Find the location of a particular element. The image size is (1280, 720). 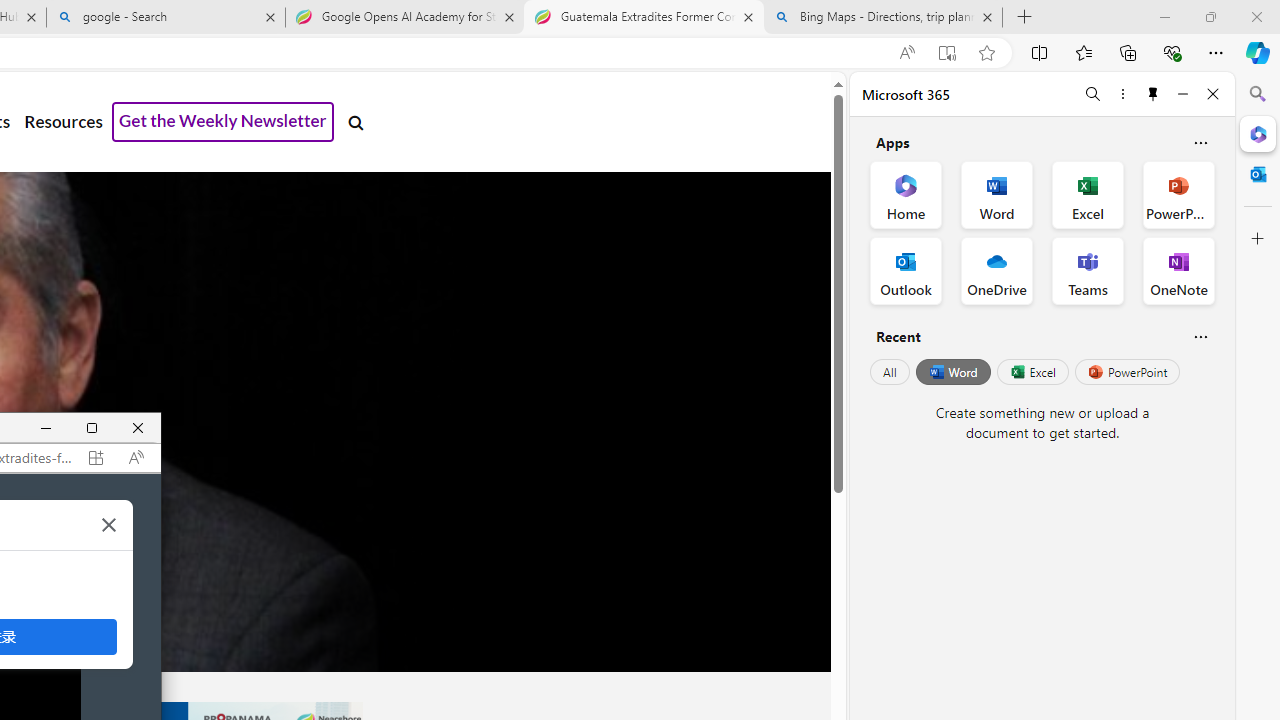

'Class: Bz112c Bz112c-r9oPif' is located at coordinates (108, 523).